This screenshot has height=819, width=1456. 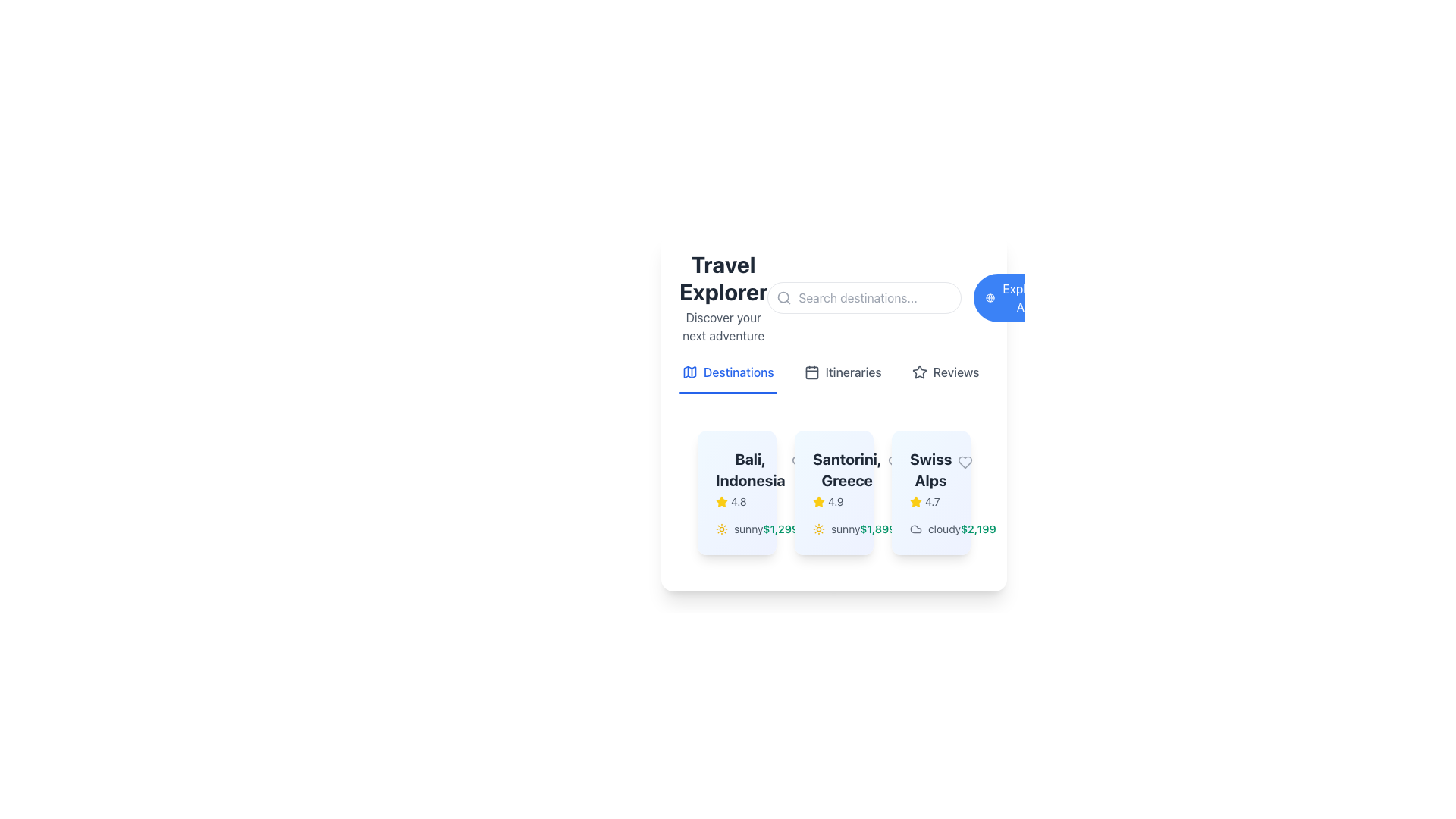 I want to click on the price information element located at the bottom-right corner of the 'Swiss Alps' travel destination card, which follows the 'cloudy' weather description, so click(x=978, y=529).